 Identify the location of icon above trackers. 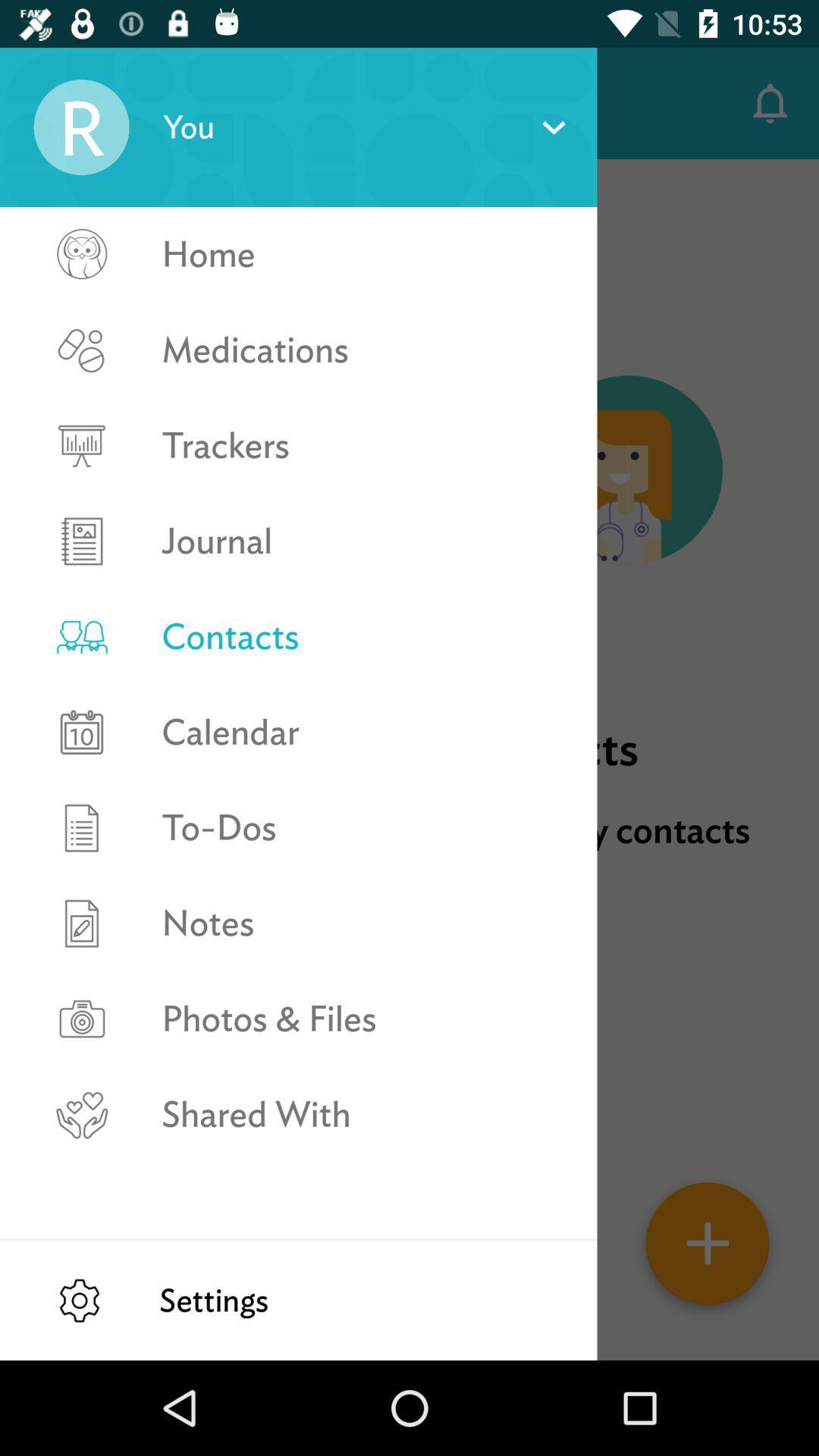
(363, 349).